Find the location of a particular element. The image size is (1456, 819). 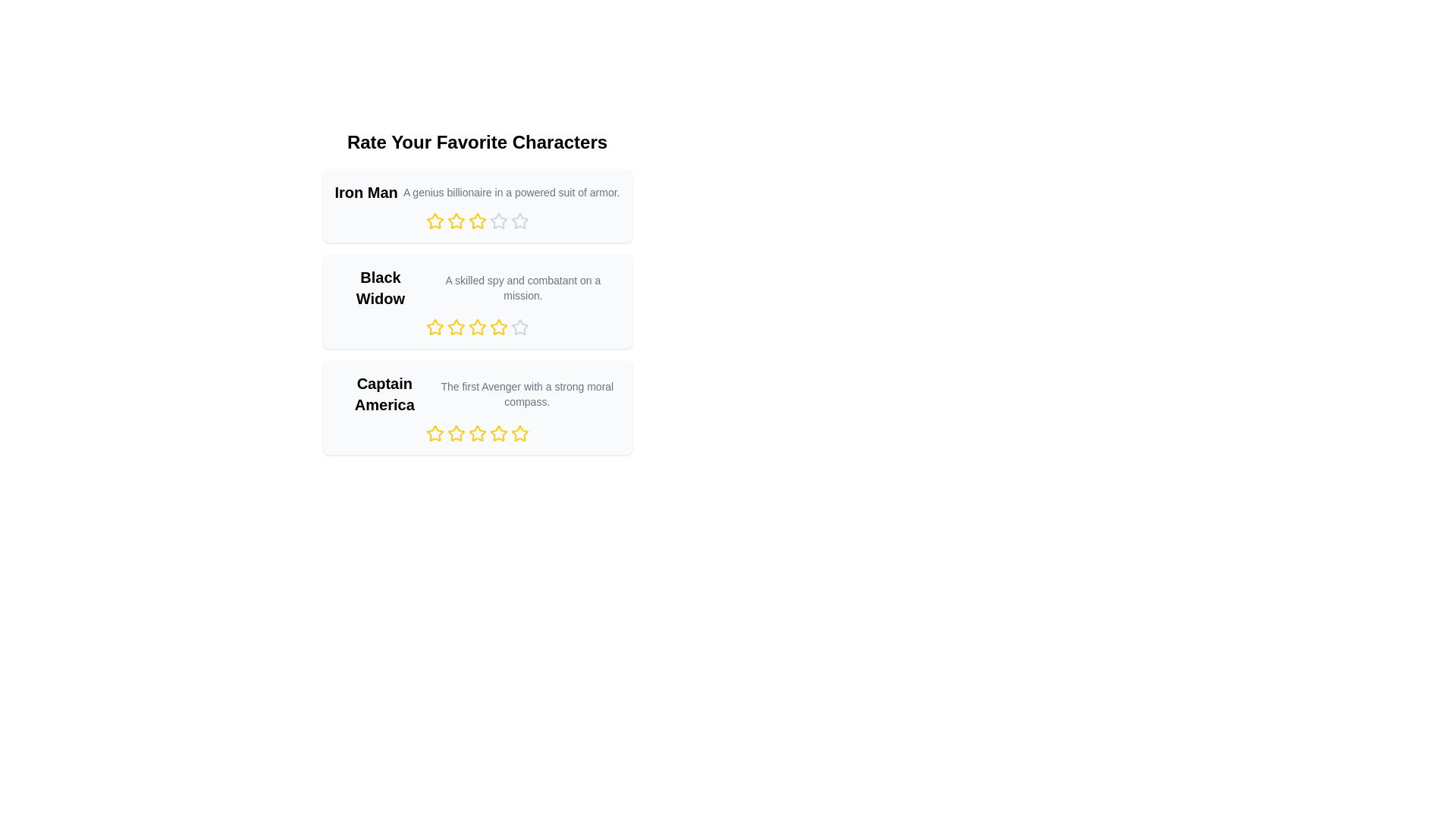

the current rating status by interacting with the fourth star icon for the 'Black Widow' character, located in the middle card of the character list is located at coordinates (498, 326).